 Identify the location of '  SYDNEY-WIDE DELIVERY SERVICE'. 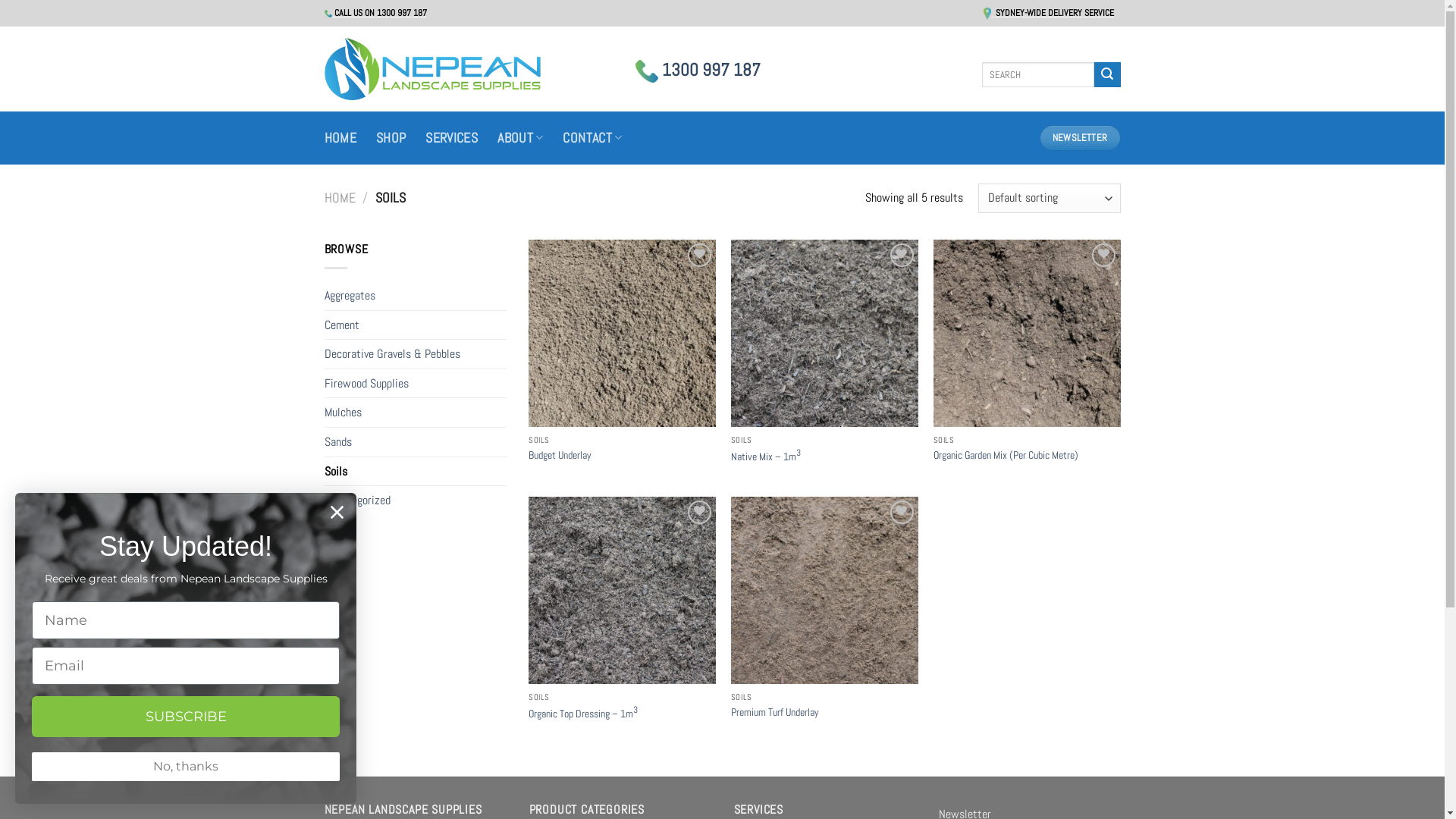
(983, 12).